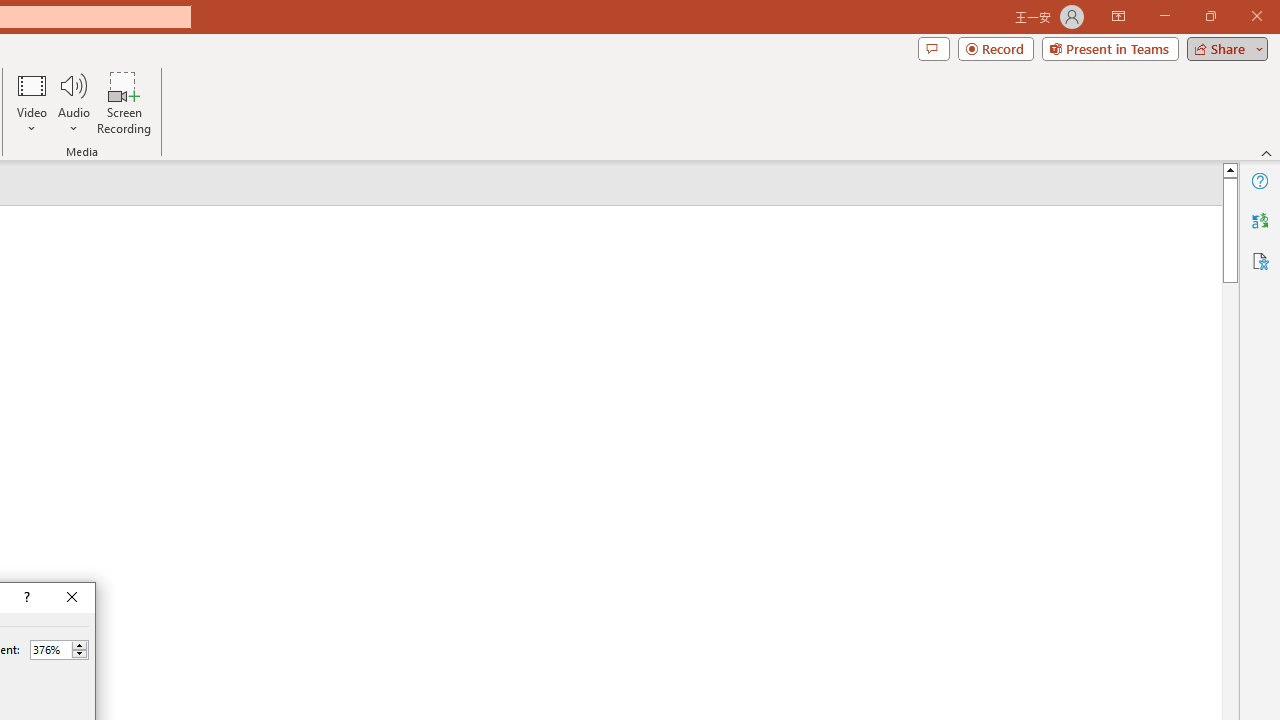  I want to click on 'Context help', so click(25, 596).